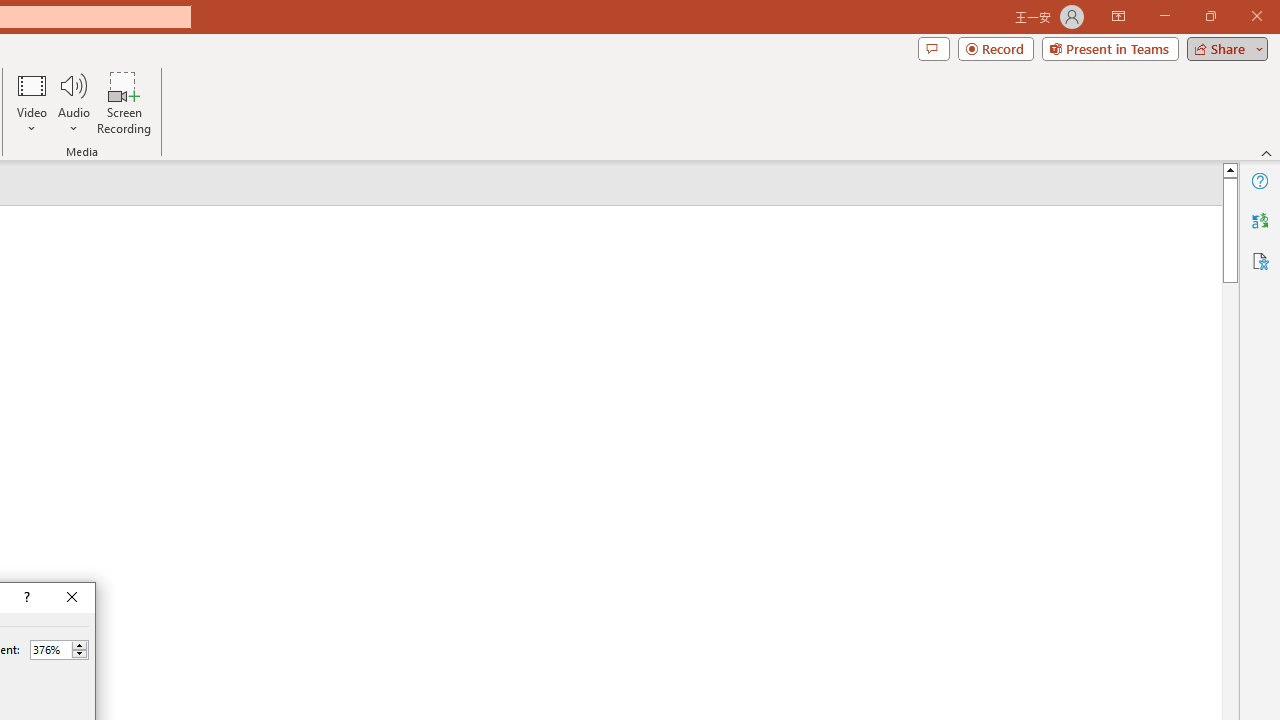  I want to click on 'Context help', so click(25, 596).